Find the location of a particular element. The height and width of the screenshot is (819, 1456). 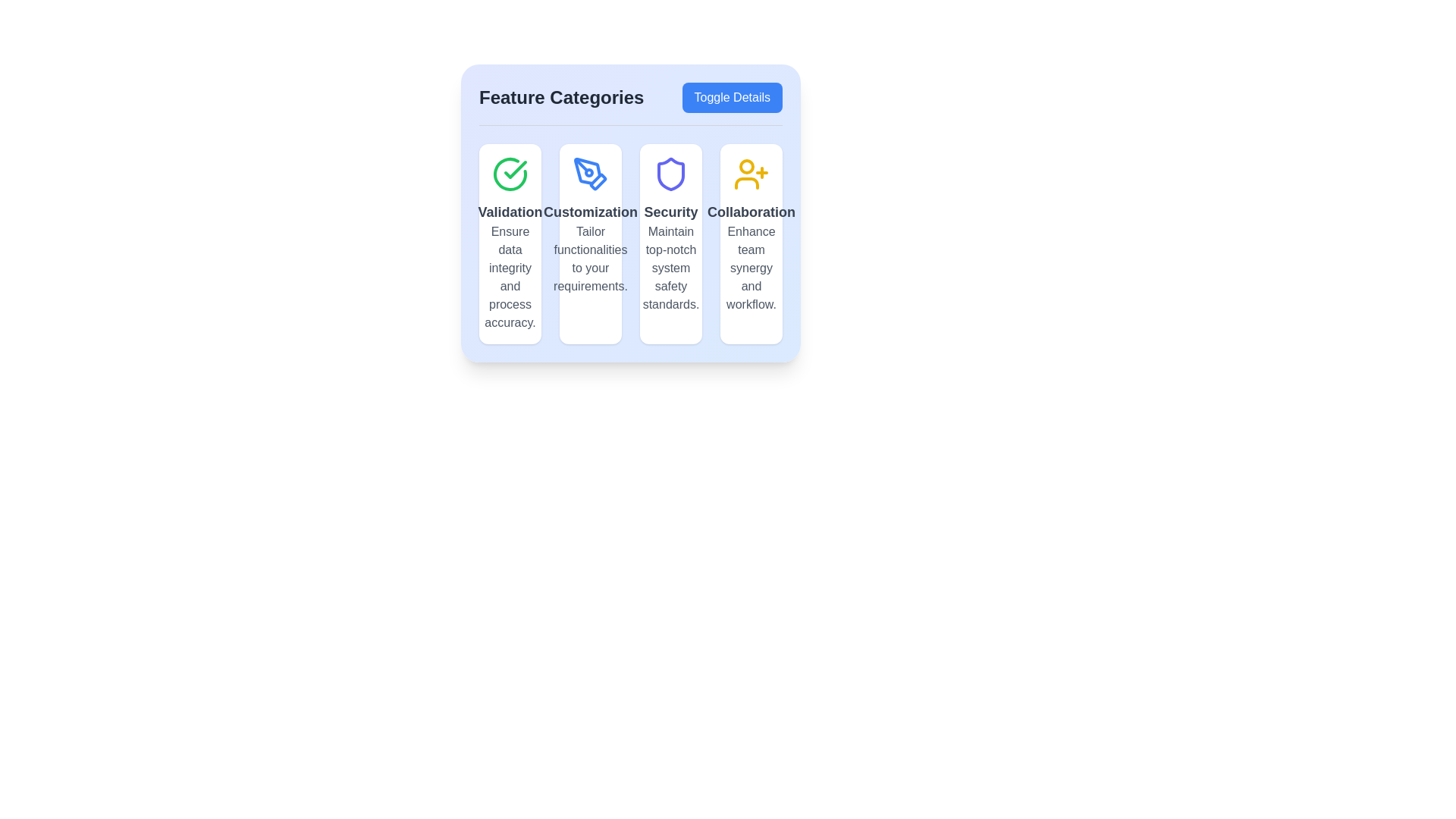

the user icon with a '+' sign on the top right, which is located within the 'Collaboration' card. This icon is the uppermost element in the fourth card of the 'Feature Categories' section is located at coordinates (751, 174).